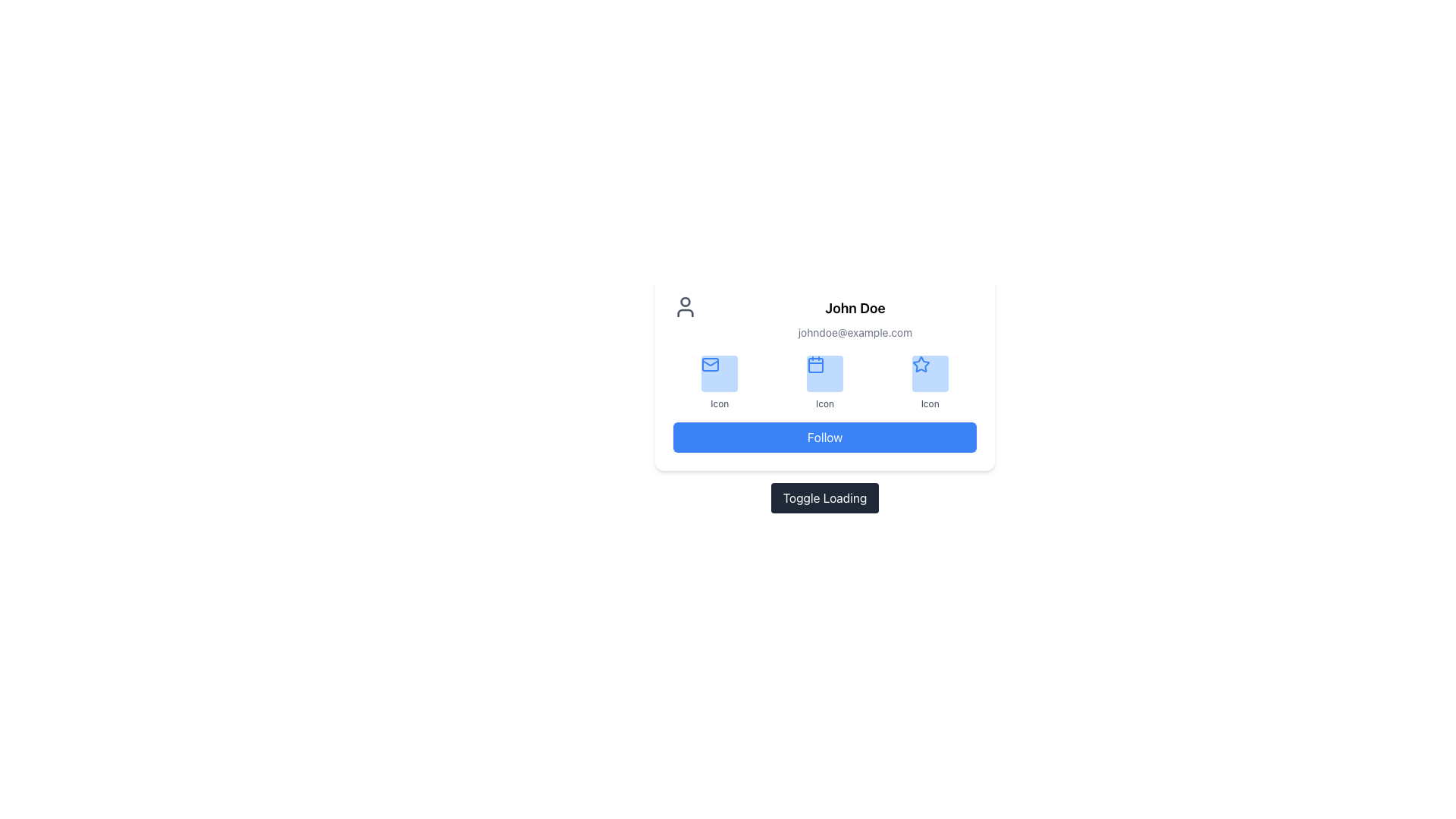  What do you see at coordinates (684, 307) in the screenshot?
I see `the user icon, which is an outline of a person styled in gray, located at the top-left corner of the card interface` at bounding box center [684, 307].